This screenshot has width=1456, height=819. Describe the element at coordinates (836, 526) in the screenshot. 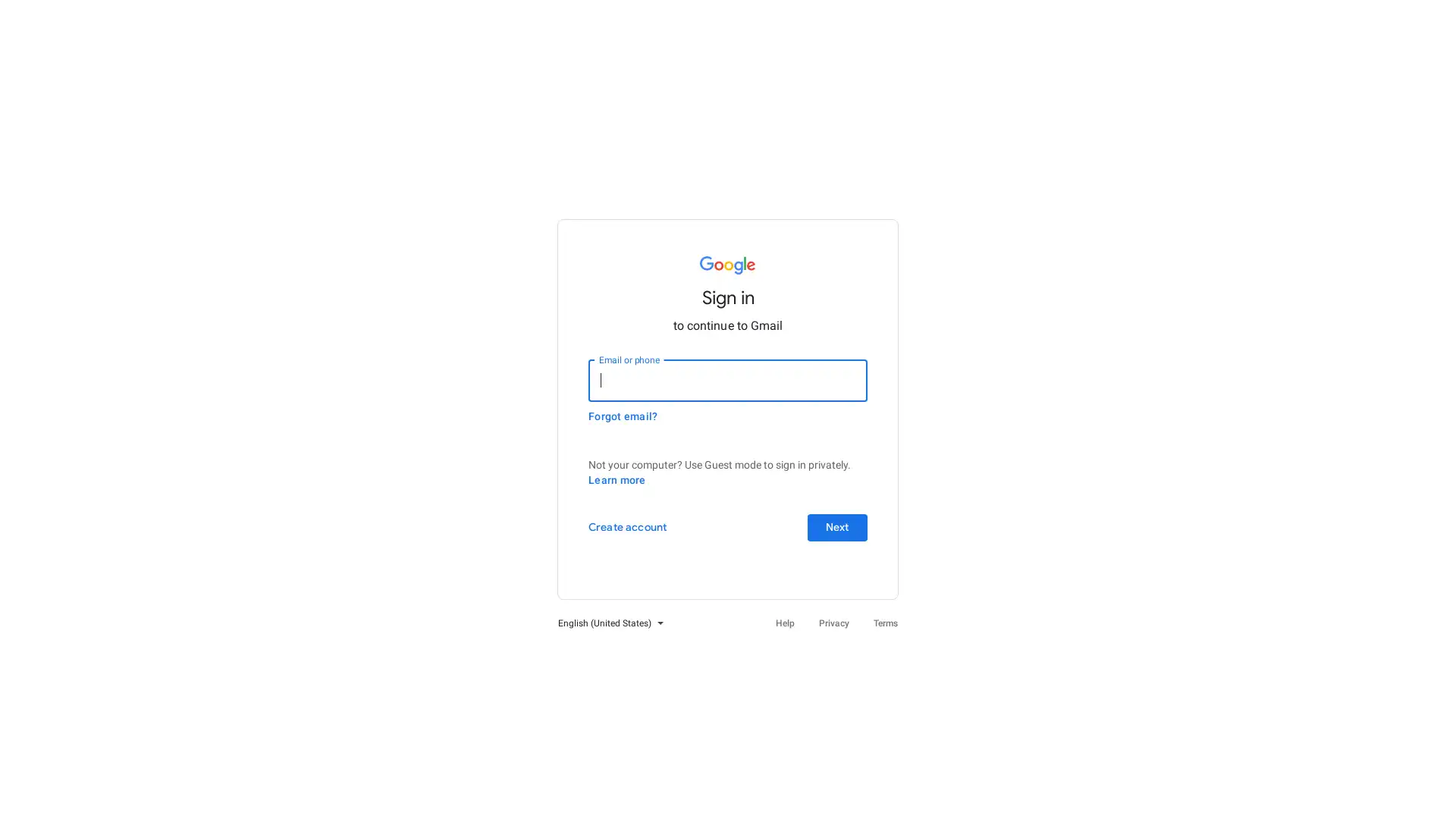

I see `Next` at that location.